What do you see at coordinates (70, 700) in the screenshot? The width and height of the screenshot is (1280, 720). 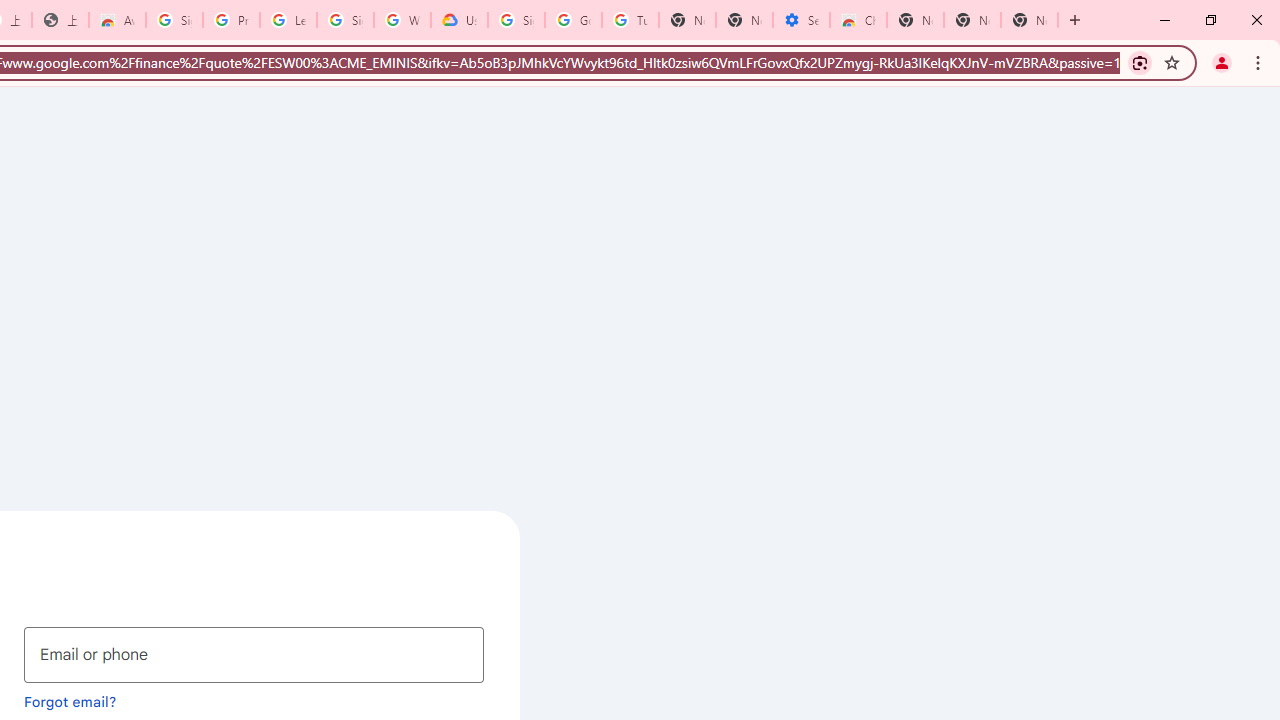 I see `'Forgot email?'` at bounding box center [70, 700].